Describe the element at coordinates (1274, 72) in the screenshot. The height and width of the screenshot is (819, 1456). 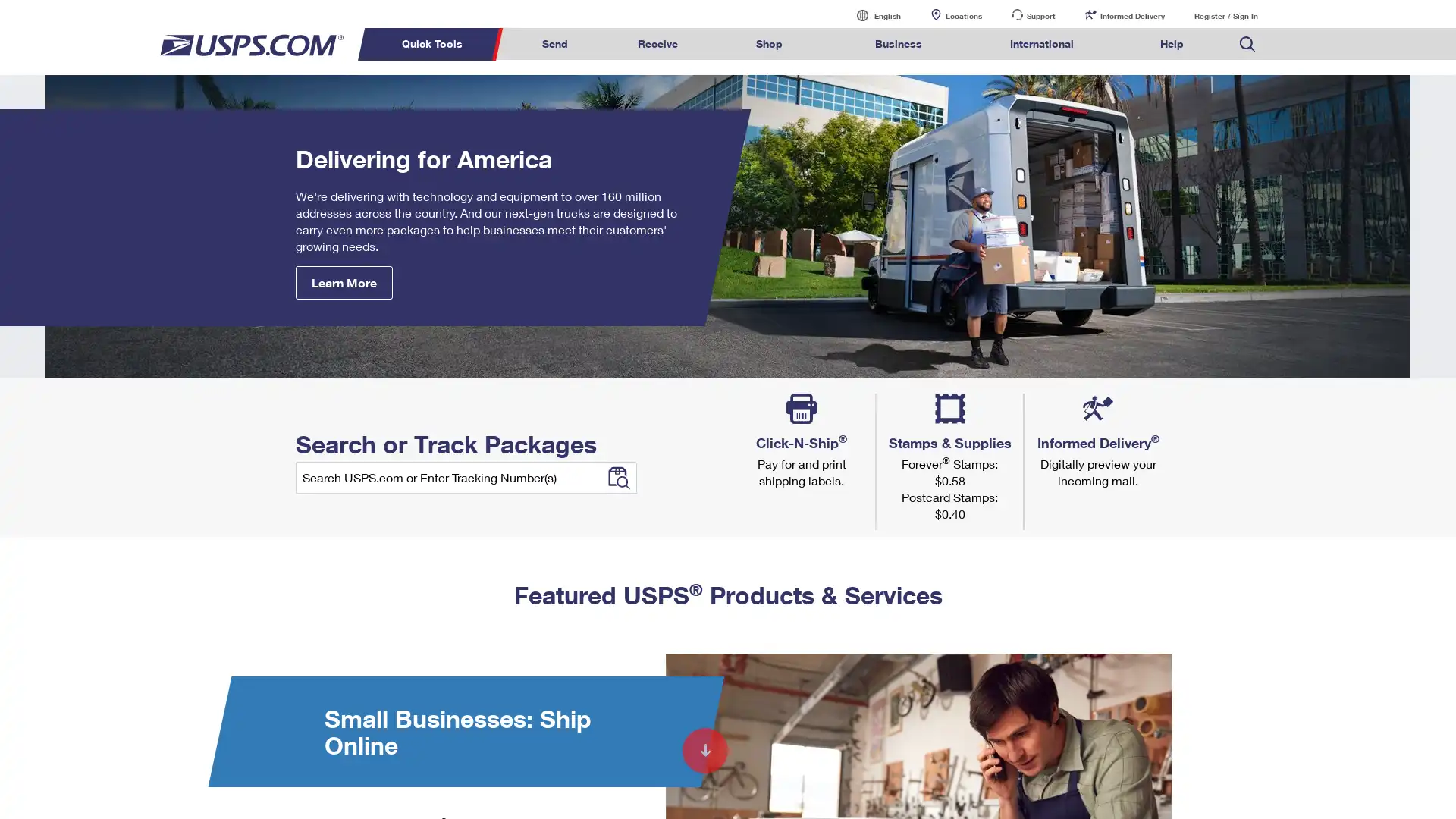
I see `Search` at that location.